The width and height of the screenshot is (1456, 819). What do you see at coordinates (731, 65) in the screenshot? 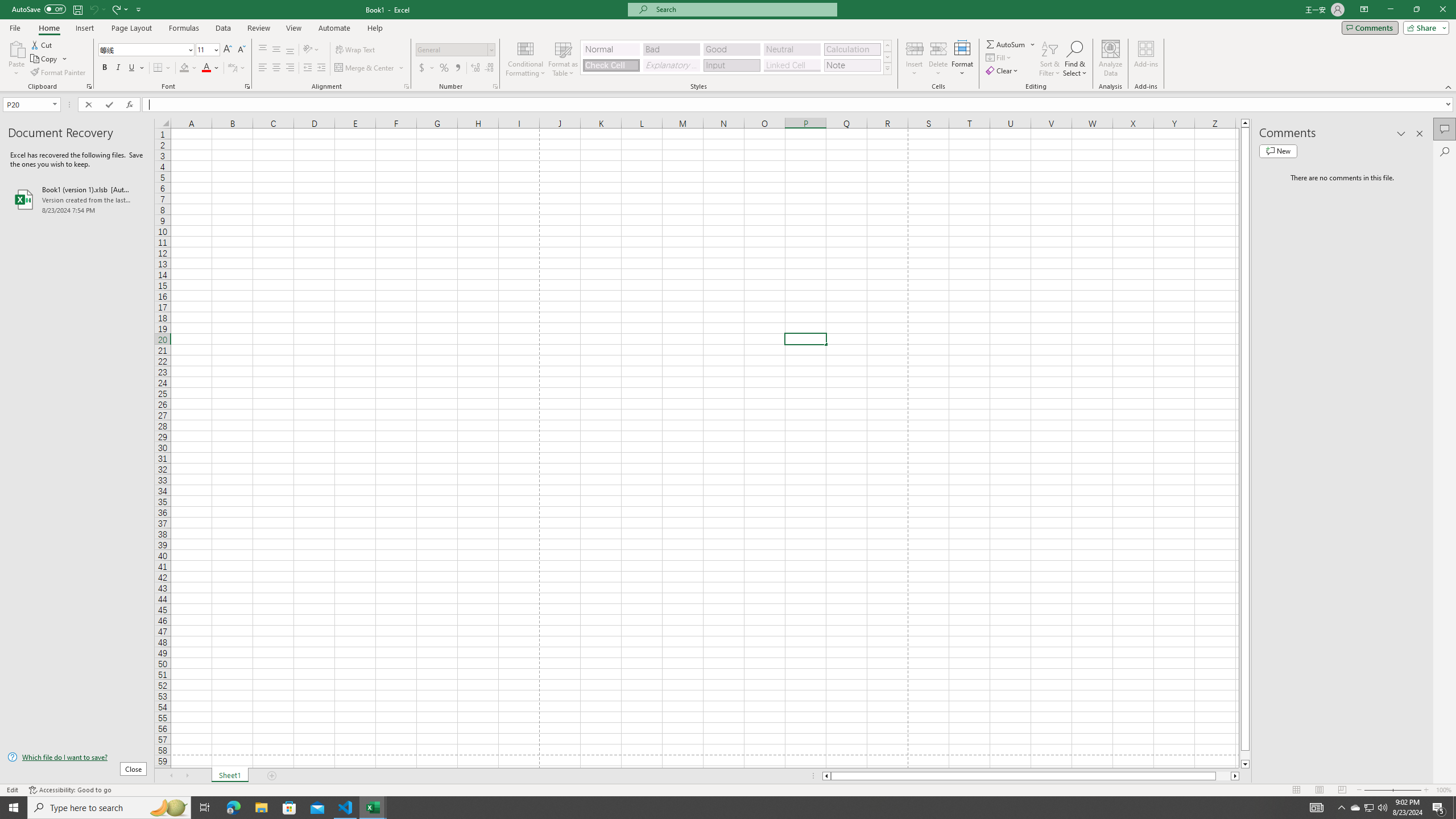
I see `'Input'` at bounding box center [731, 65].